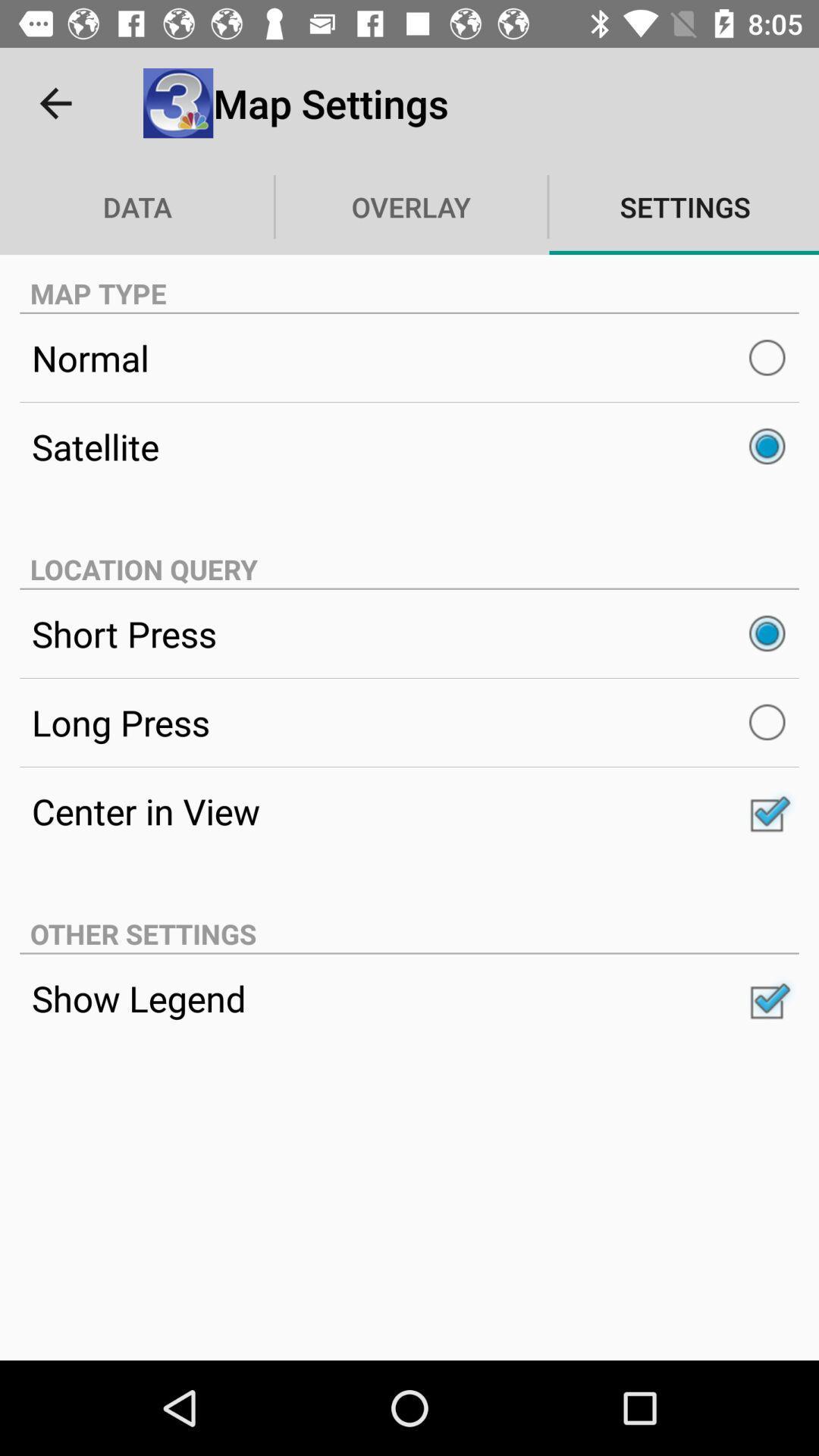  What do you see at coordinates (409, 998) in the screenshot?
I see `show legend item` at bounding box center [409, 998].